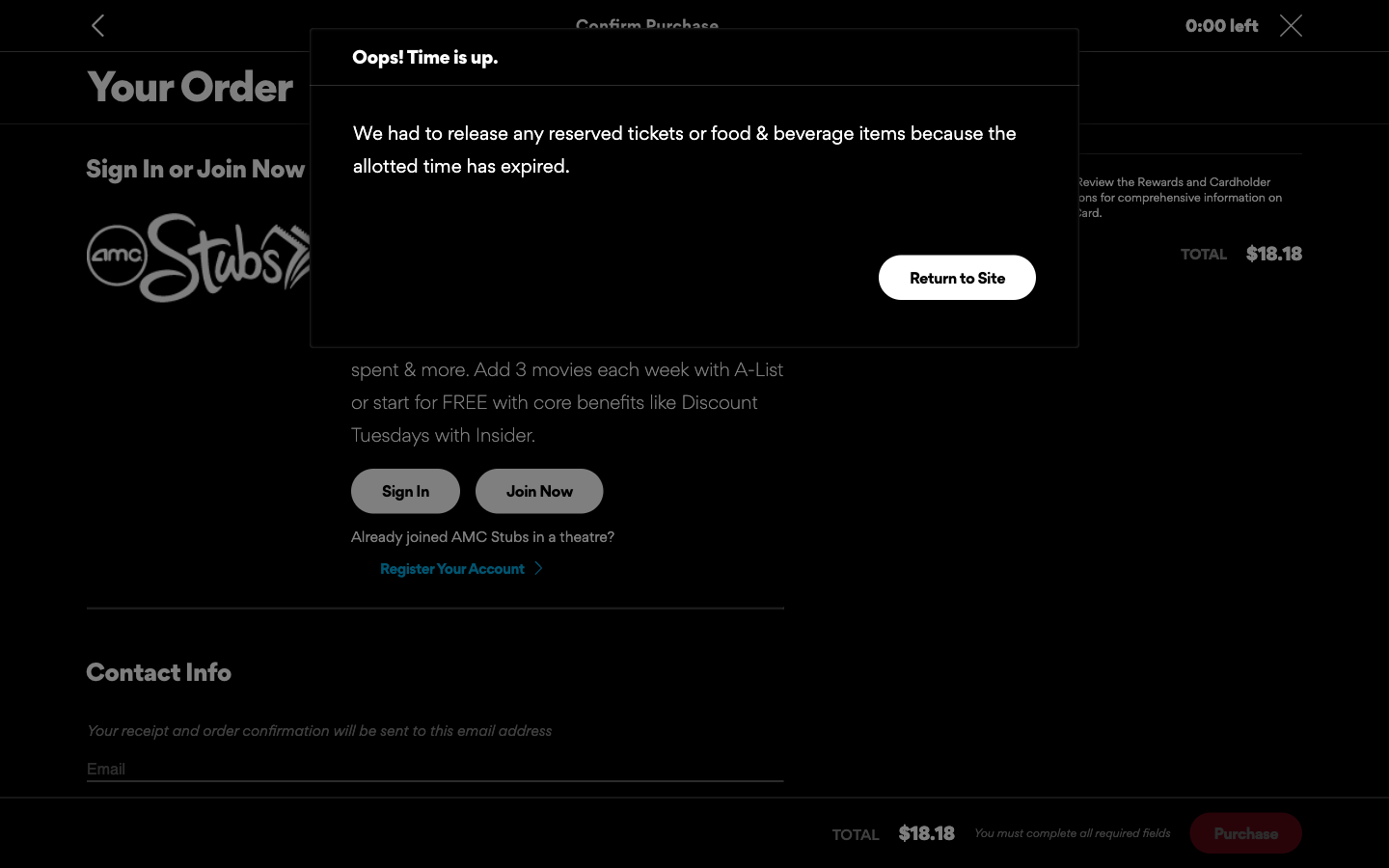  What do you see at coordinates (404, 490) in the screenshot?
I see `Attempt to log into the website` at bounding box center [404, 490].